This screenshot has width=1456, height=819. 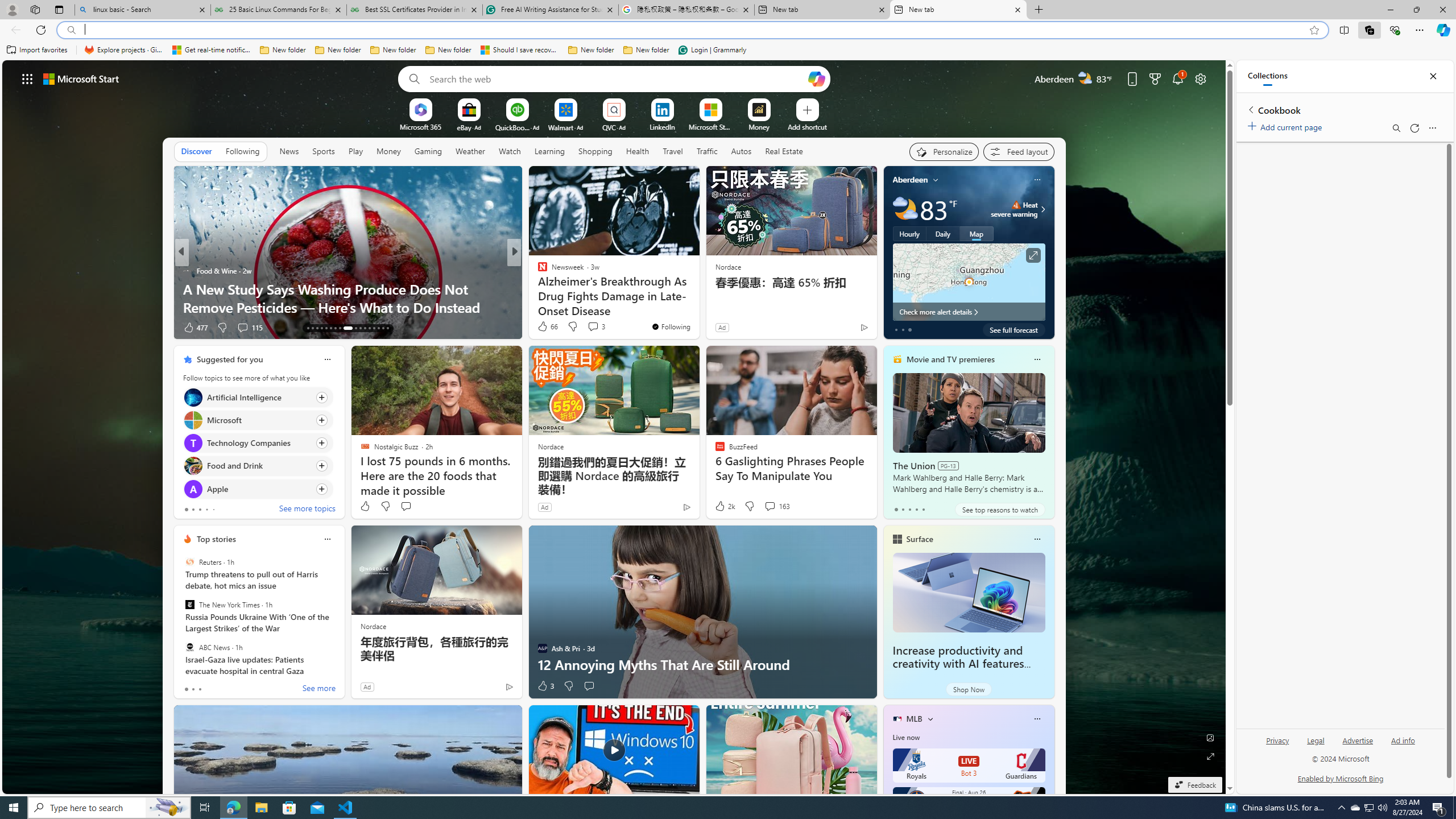 What do you see at coordinates (415, 9) in the screenshot?
I see `'Best SSL Certificates Provider in India - GeeksforGeeks'` at bounding box center [415, 9].